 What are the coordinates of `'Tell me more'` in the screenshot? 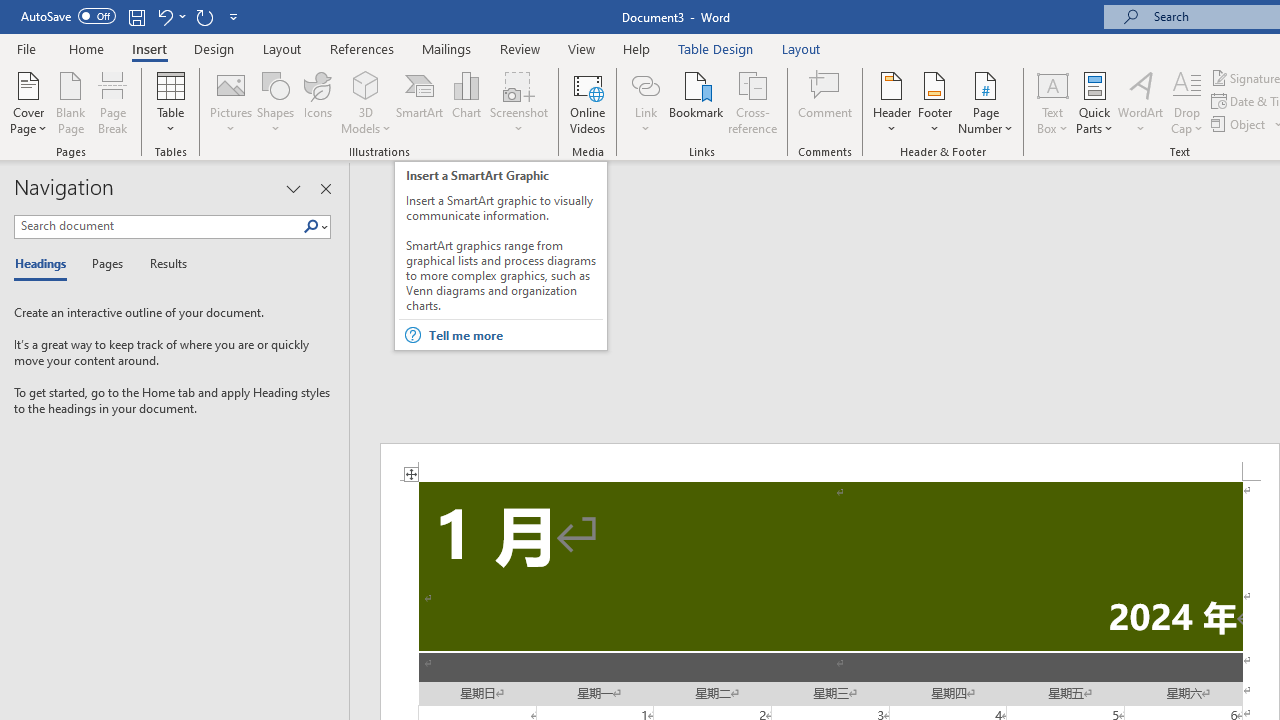 It's located at (515, 334).